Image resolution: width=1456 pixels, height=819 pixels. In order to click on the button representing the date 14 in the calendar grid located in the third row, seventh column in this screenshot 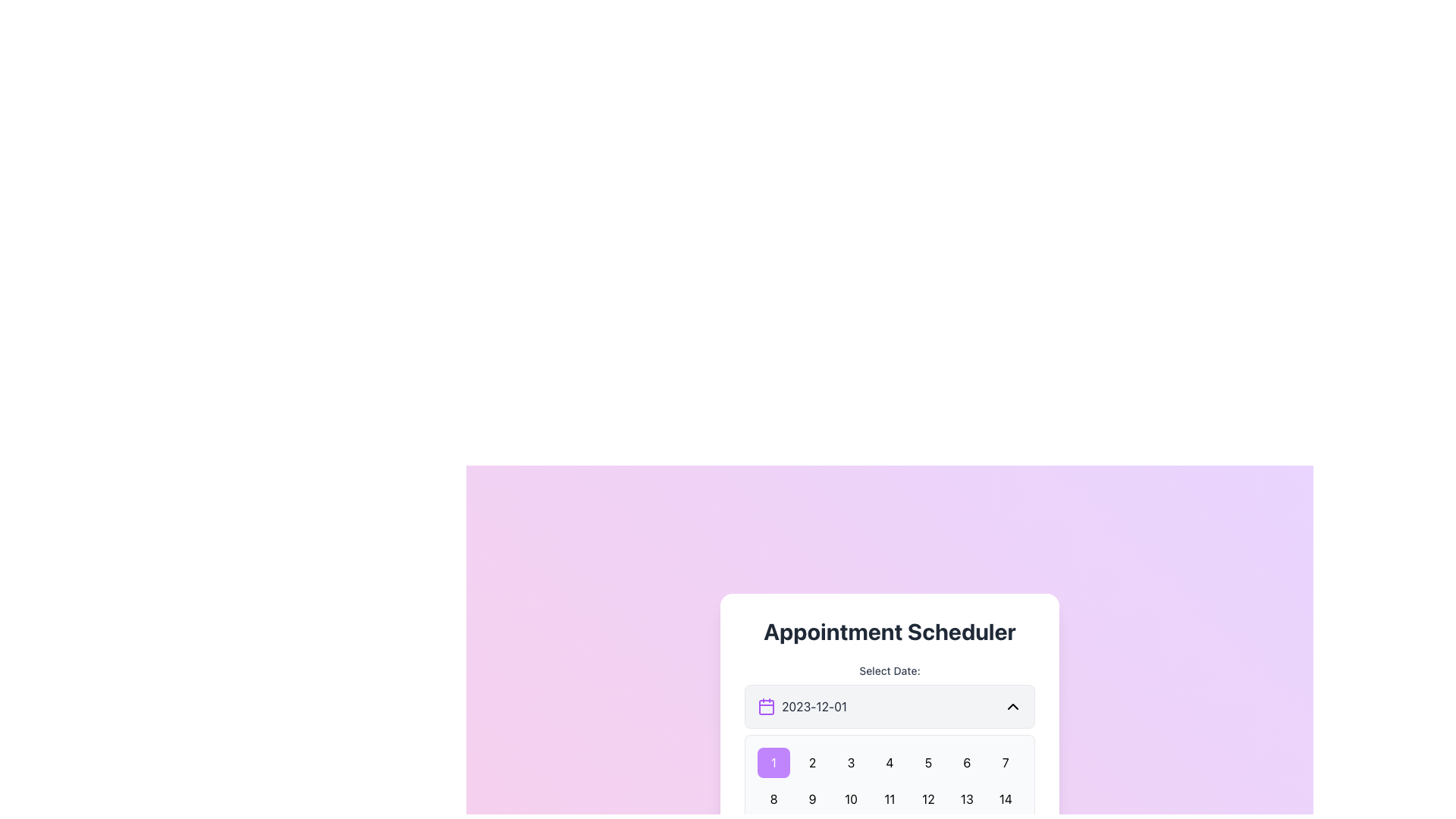, I will do `click(1006, 799)`.